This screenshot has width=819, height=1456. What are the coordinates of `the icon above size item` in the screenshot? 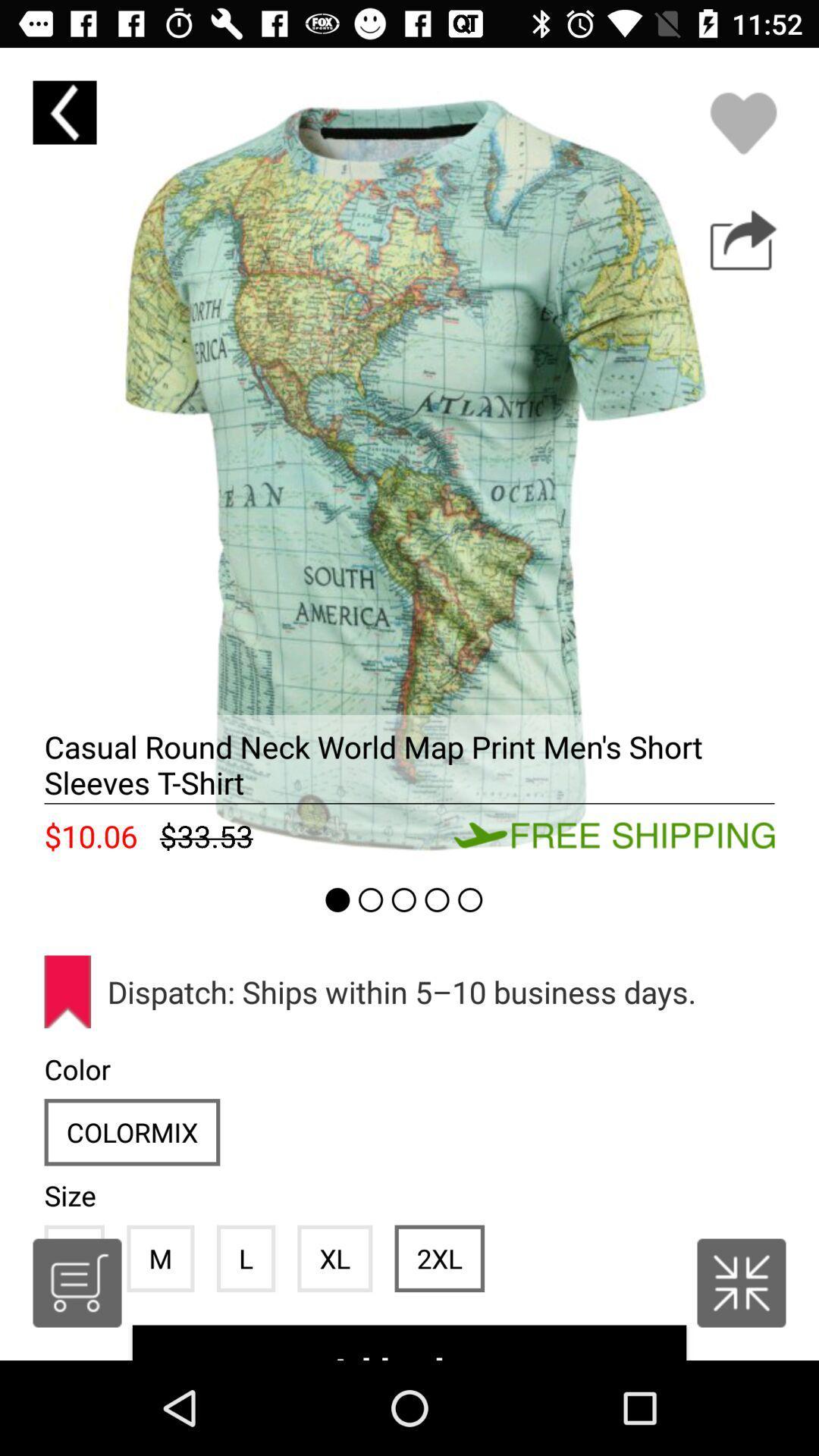 It's located at (131, 1132).